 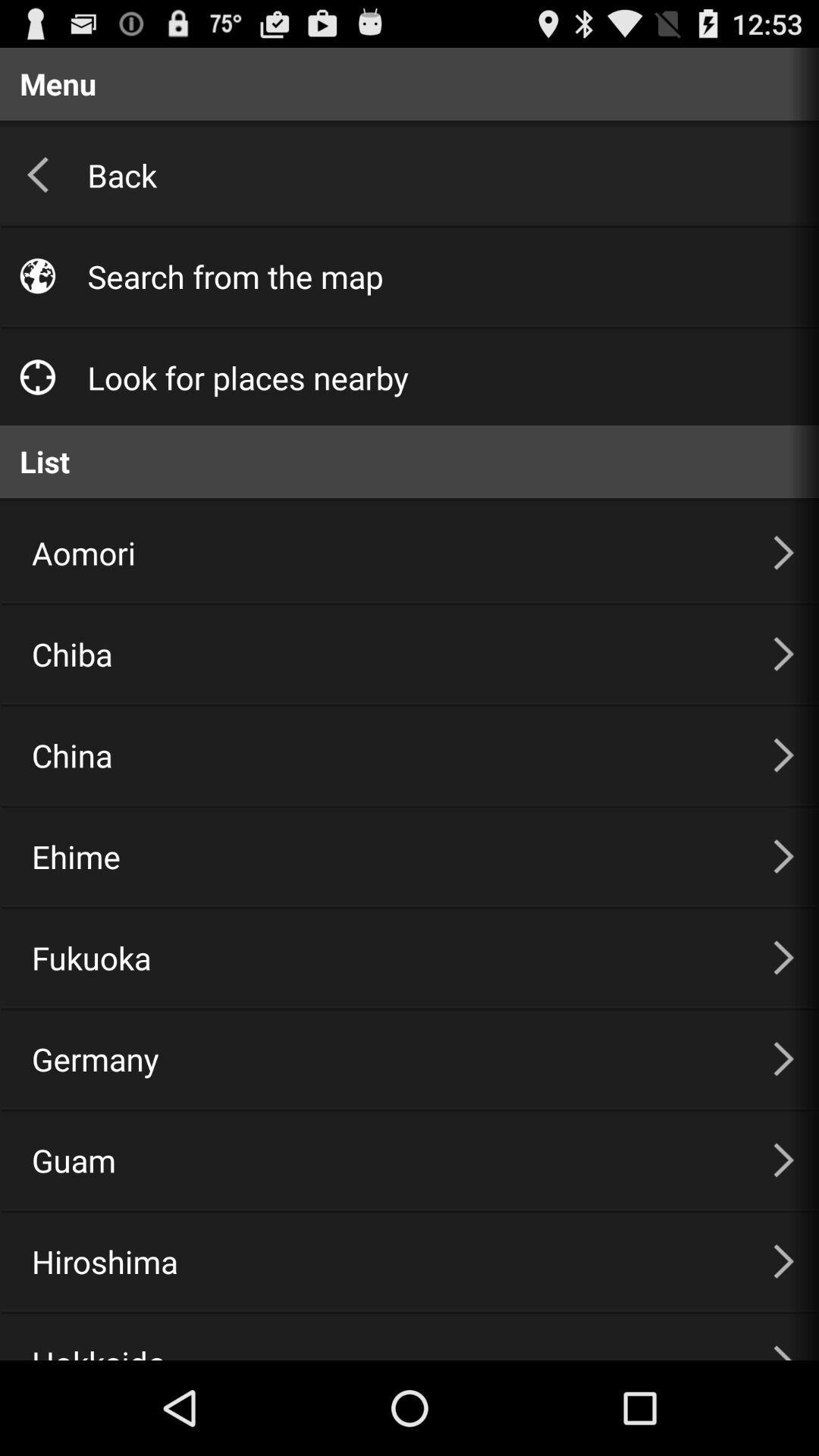 What do you see at coordinates (783, 1261) in the screenshot?
I see `tap the next button beside hiroshima` at bounding box center [783, 1261].